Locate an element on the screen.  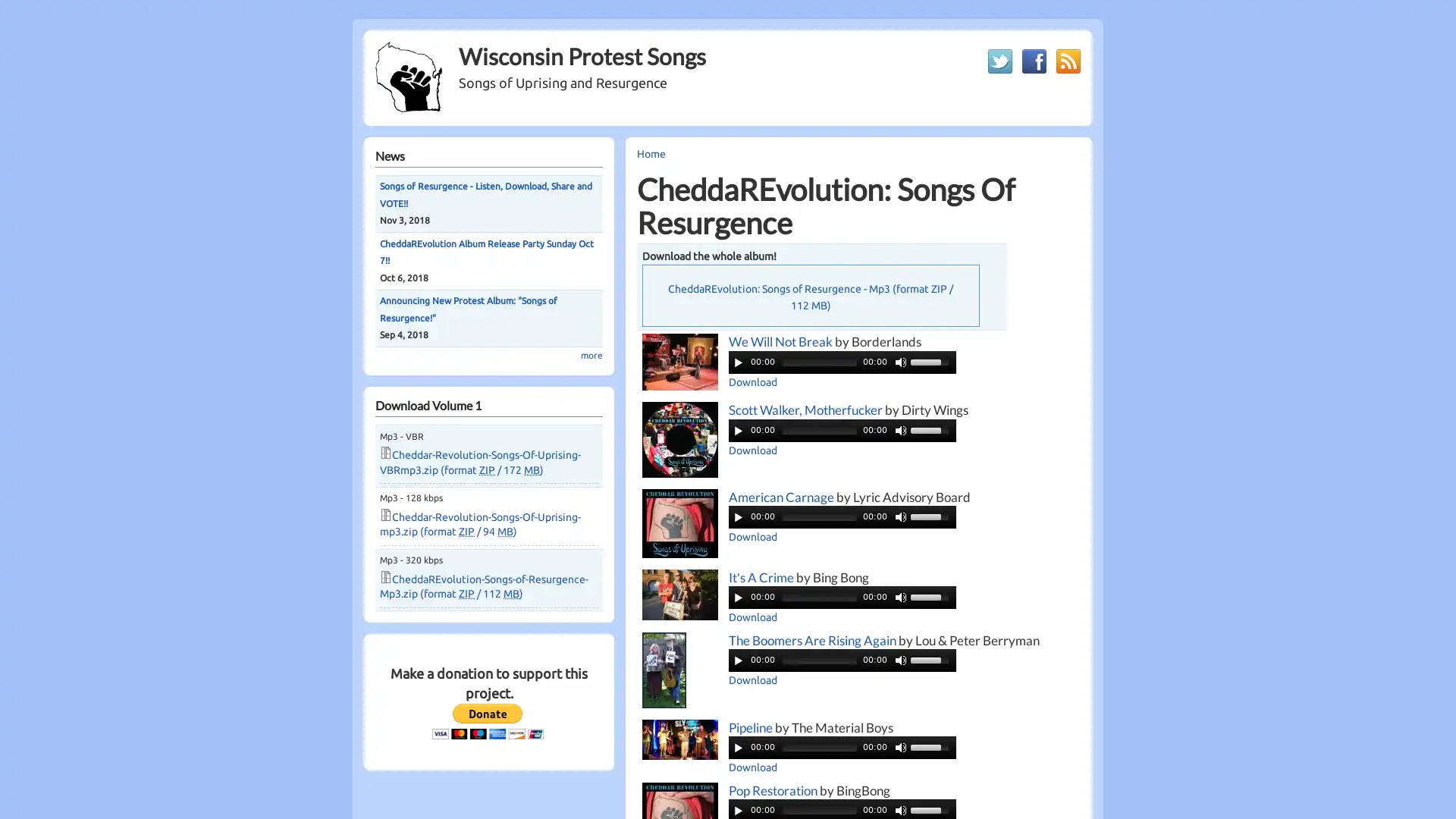
PayPal - The safer, easier way to pay online! is located at coordinates (487, 720).